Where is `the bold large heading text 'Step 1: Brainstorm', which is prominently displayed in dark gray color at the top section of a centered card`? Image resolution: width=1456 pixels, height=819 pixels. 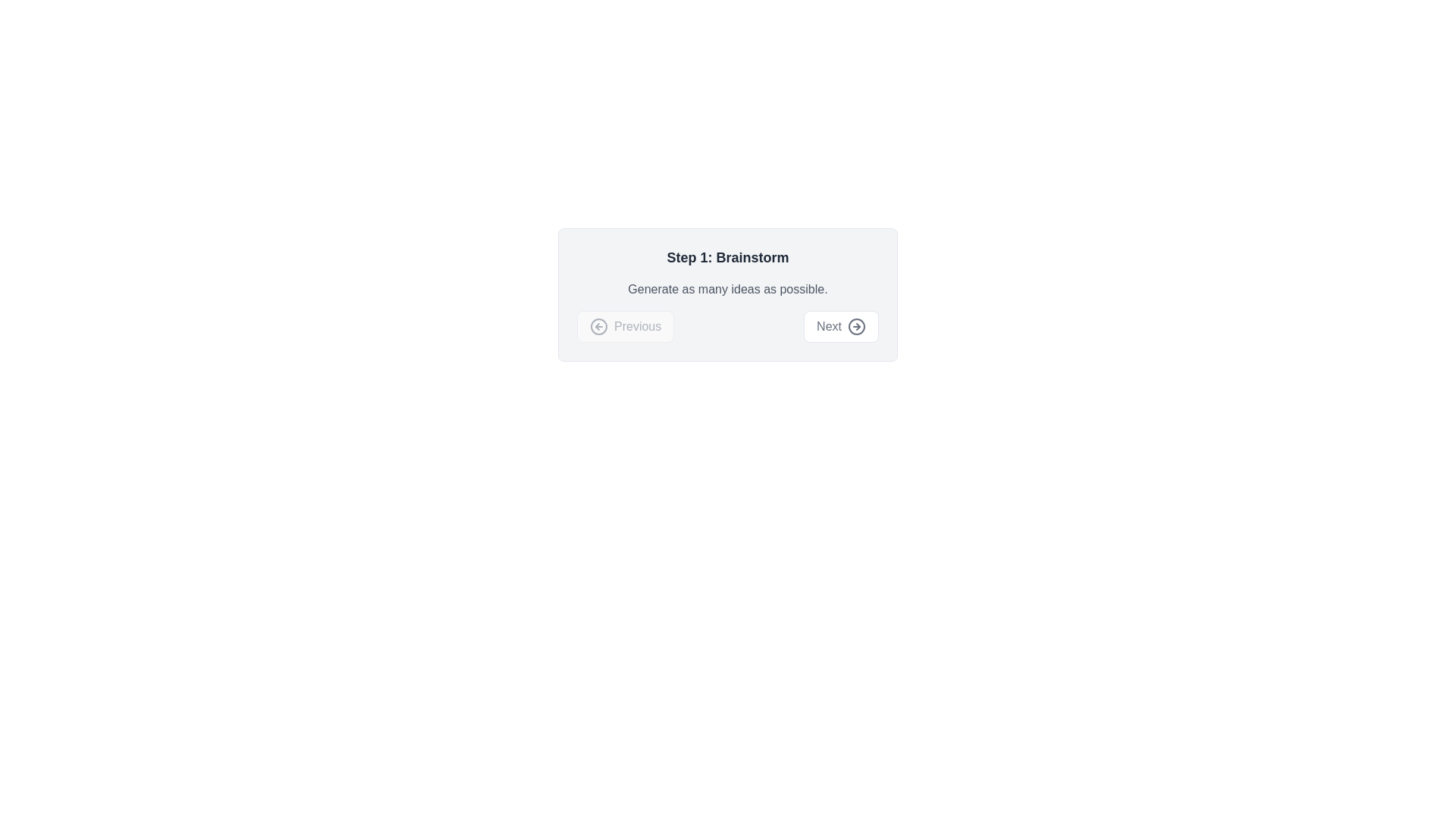 the bold large heading text 'Step 1: Brainstorm', which is prominently displayed in dark gray color at the top section of a centered card is located at coordinates (728, 256).